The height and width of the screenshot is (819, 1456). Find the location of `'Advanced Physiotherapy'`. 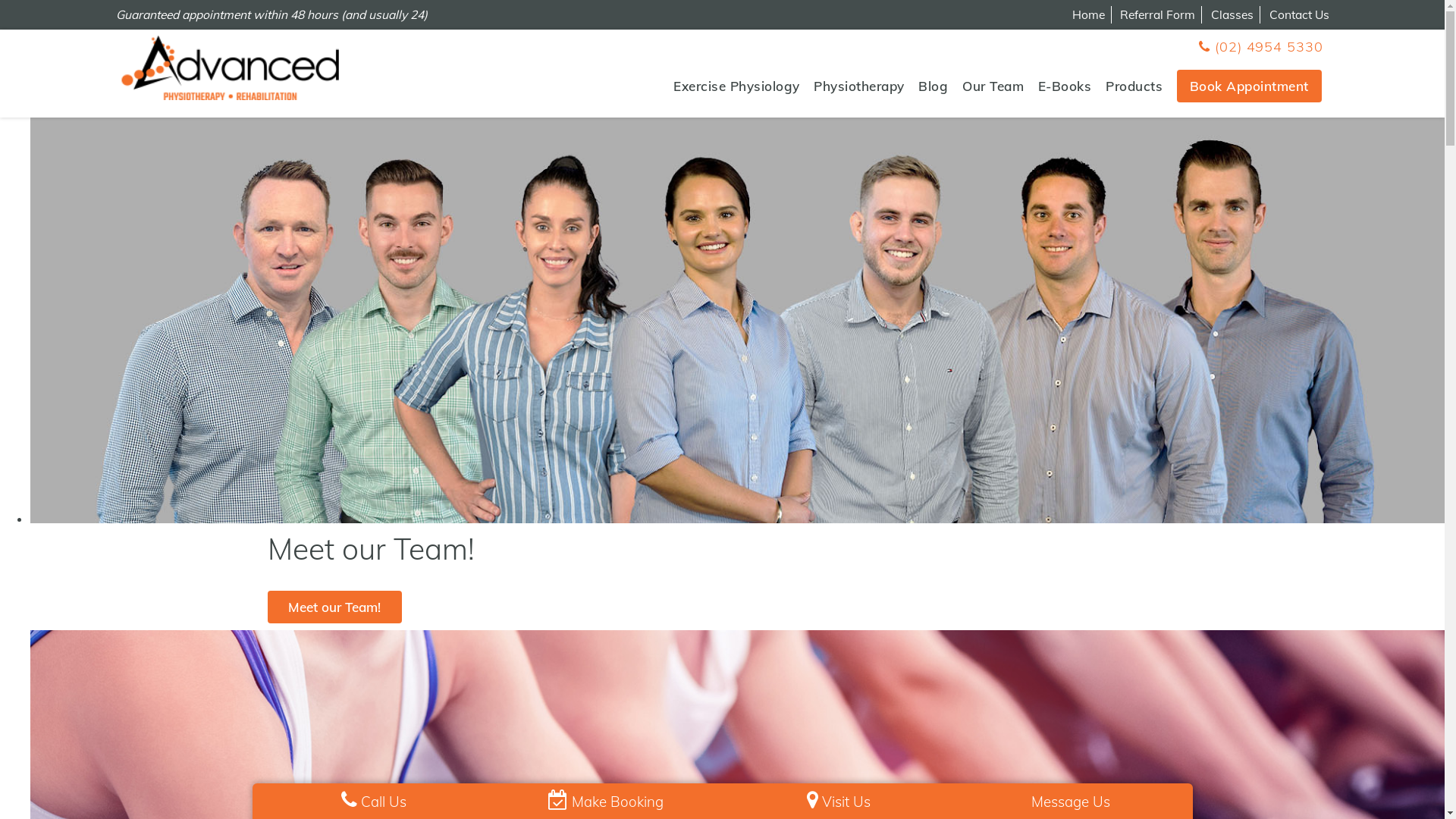

'Advanced Physiotherapy' is located at coordinates (228, 67).